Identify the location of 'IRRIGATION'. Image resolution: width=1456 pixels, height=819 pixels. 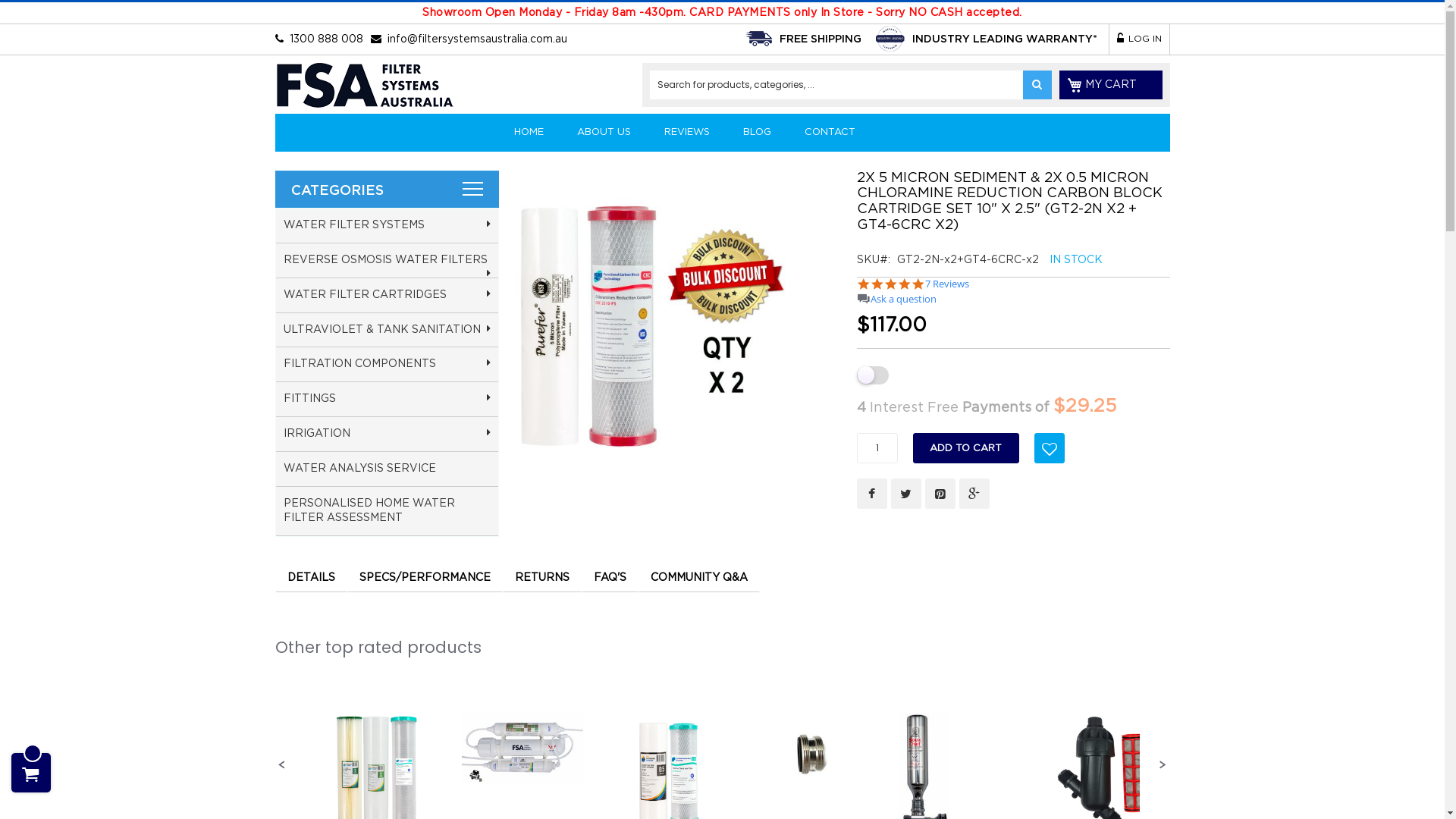
(387, 435).